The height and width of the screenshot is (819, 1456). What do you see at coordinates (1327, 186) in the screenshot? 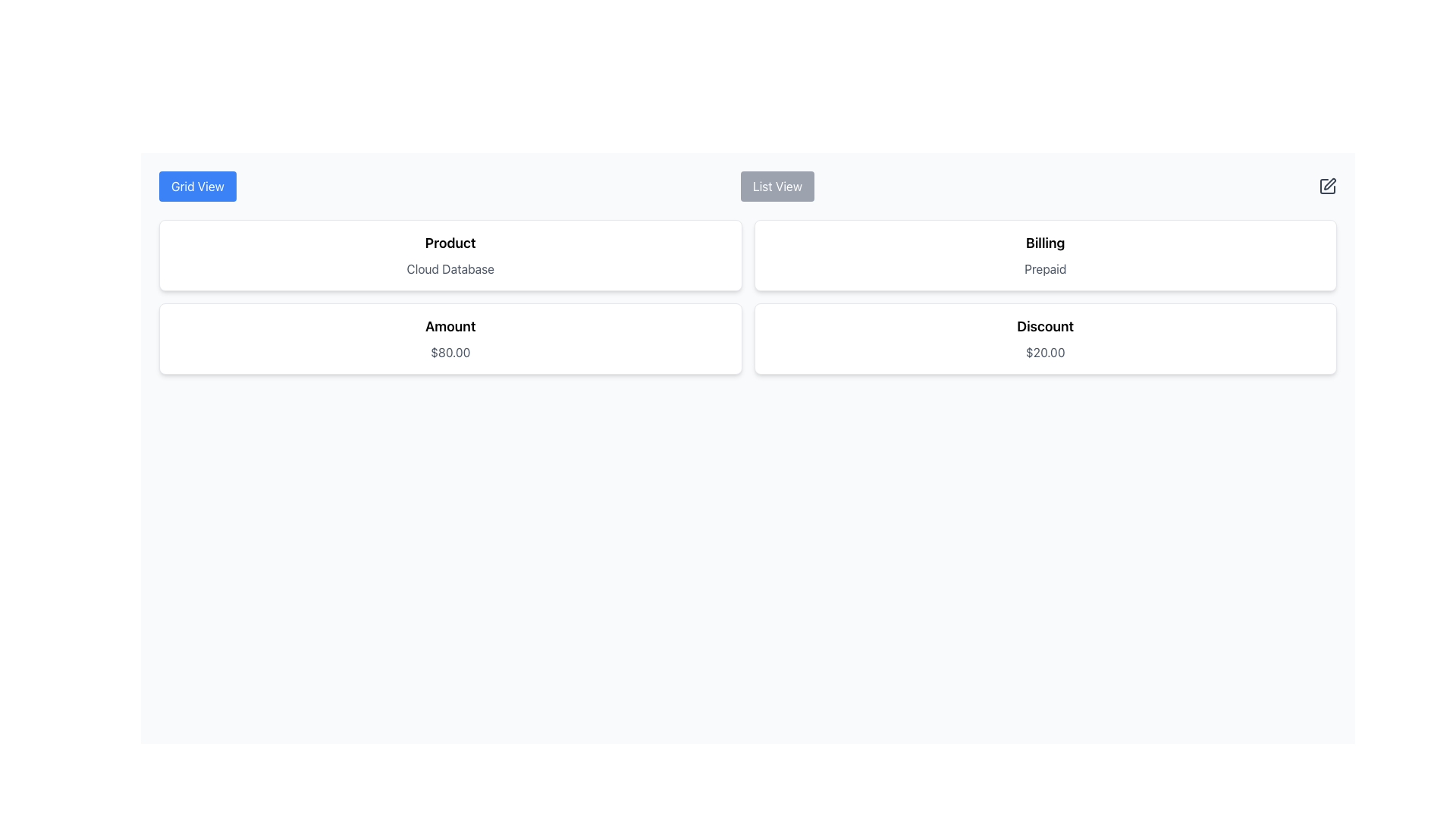
I see `the Interactive Icon located at the extreme right of the header section, adjacent to the 'Grid View' and 'List View' toggle buttons` at bounding box center [1327, 186].